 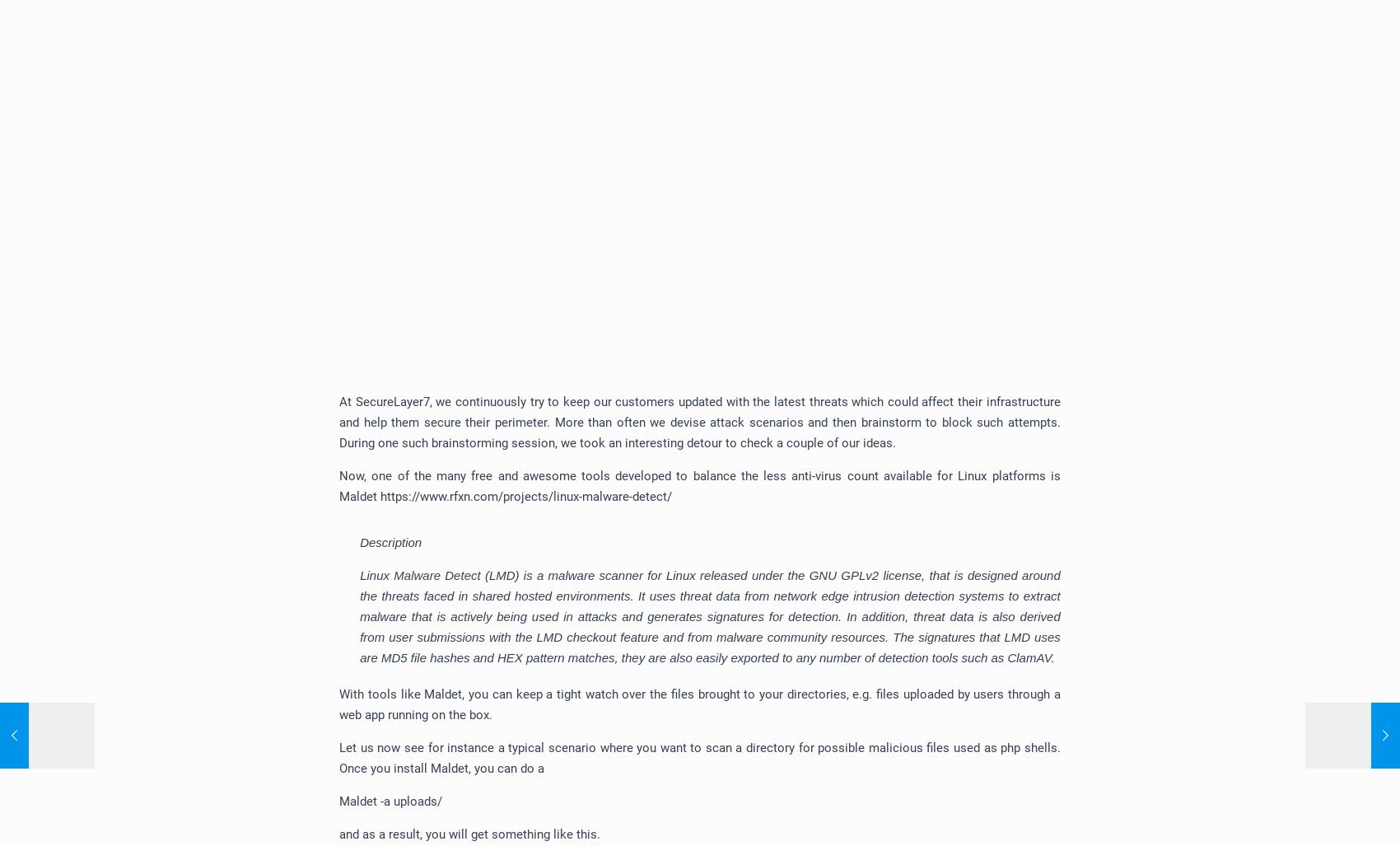 I want to click on '(LMD) is a malware scanner for Linux released under the GNU GPLv2 license, that is designed around the threats faced in shared hosted environments. It uses threat data from network edge intrusion detection systems to extract malware that is actively being used in attacks and generates signatures for detection. In addition, threat data is also derived from user submissions with the LMD checkout feature and from malware community resources. The signatures that LMD uses are MD5 file hashes and HEX pattern matches, they are also easily exported to any number of detection tools such as ClamAV.', so click(x=710, y=615).